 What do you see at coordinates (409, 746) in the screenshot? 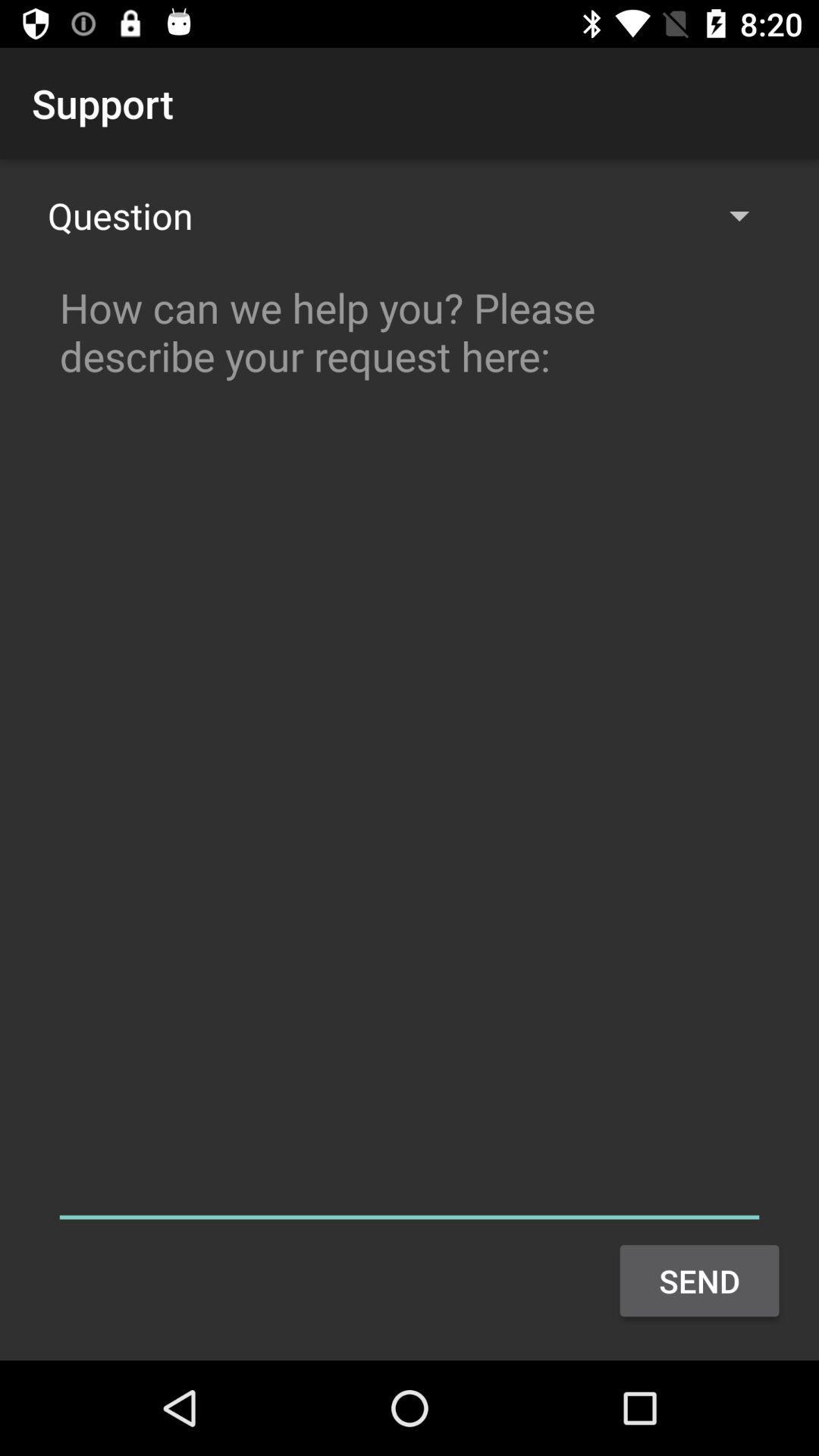
I see `ask question` at bounding box center [409, 746].